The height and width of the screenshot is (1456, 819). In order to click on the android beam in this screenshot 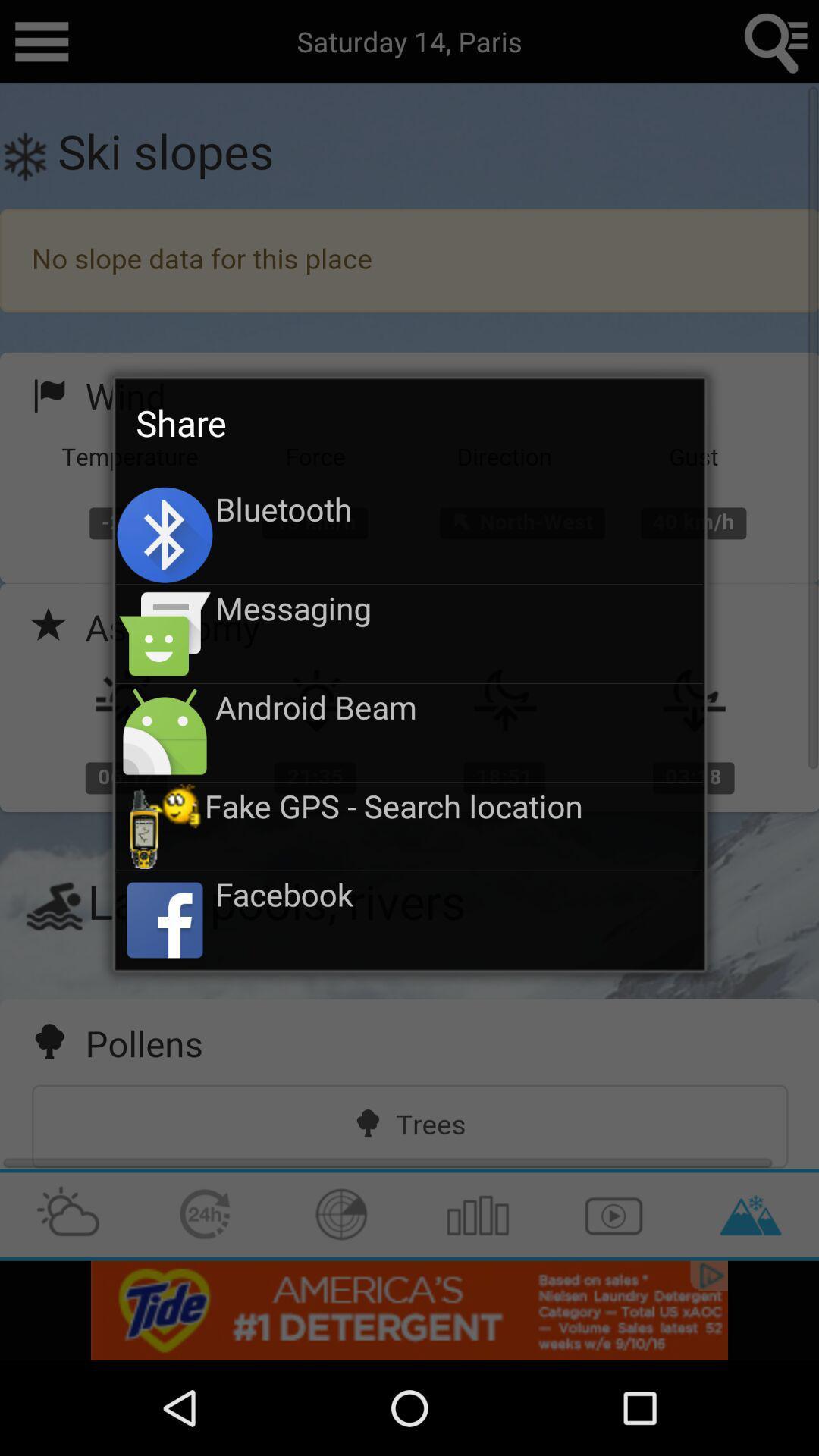, I will do `click(458, 706)`.